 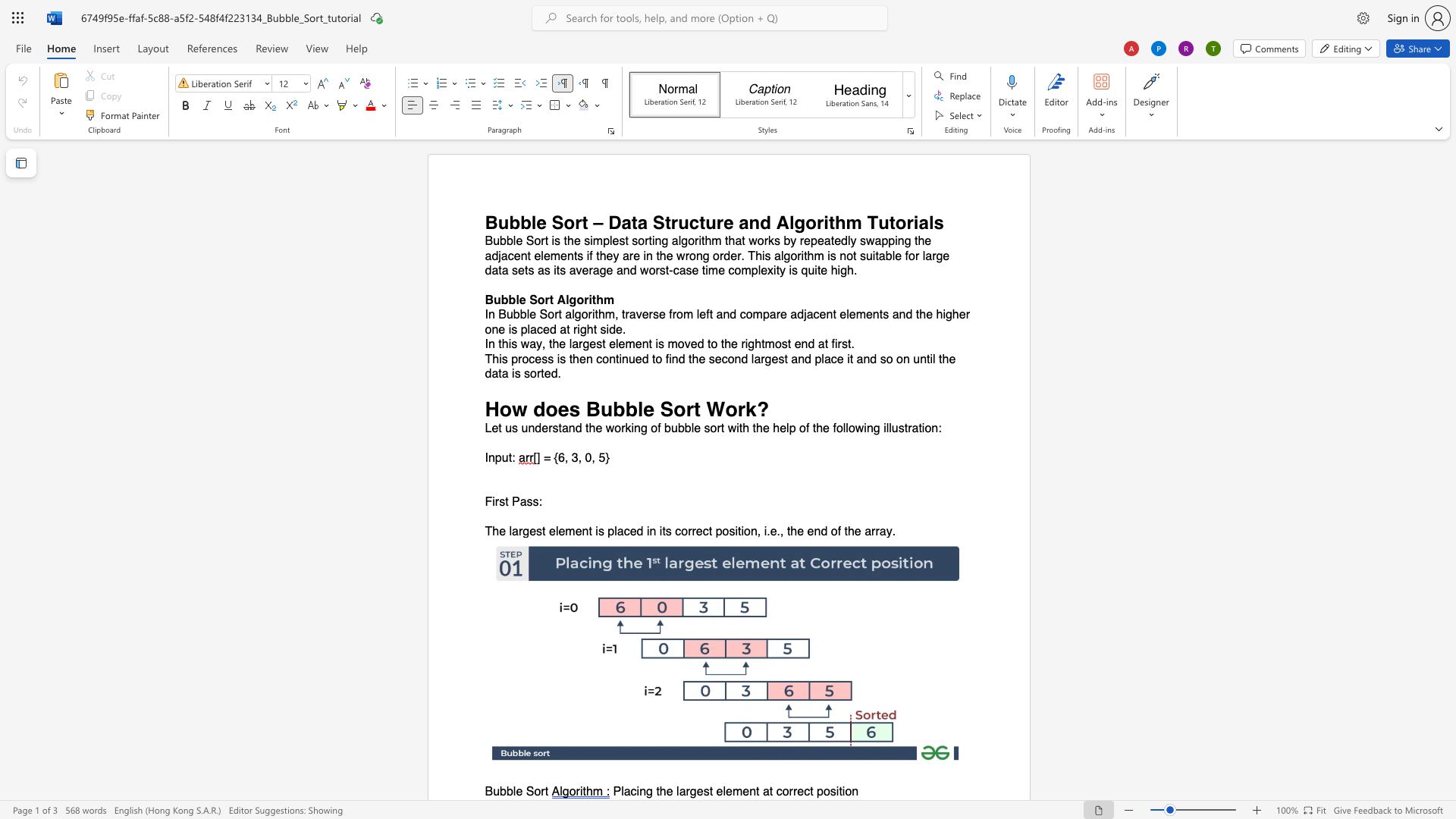 What do you see at coordinates (759, 531) in the screenshot?
I see `the 1th character "," in the text` at bounding box center [759, 531].